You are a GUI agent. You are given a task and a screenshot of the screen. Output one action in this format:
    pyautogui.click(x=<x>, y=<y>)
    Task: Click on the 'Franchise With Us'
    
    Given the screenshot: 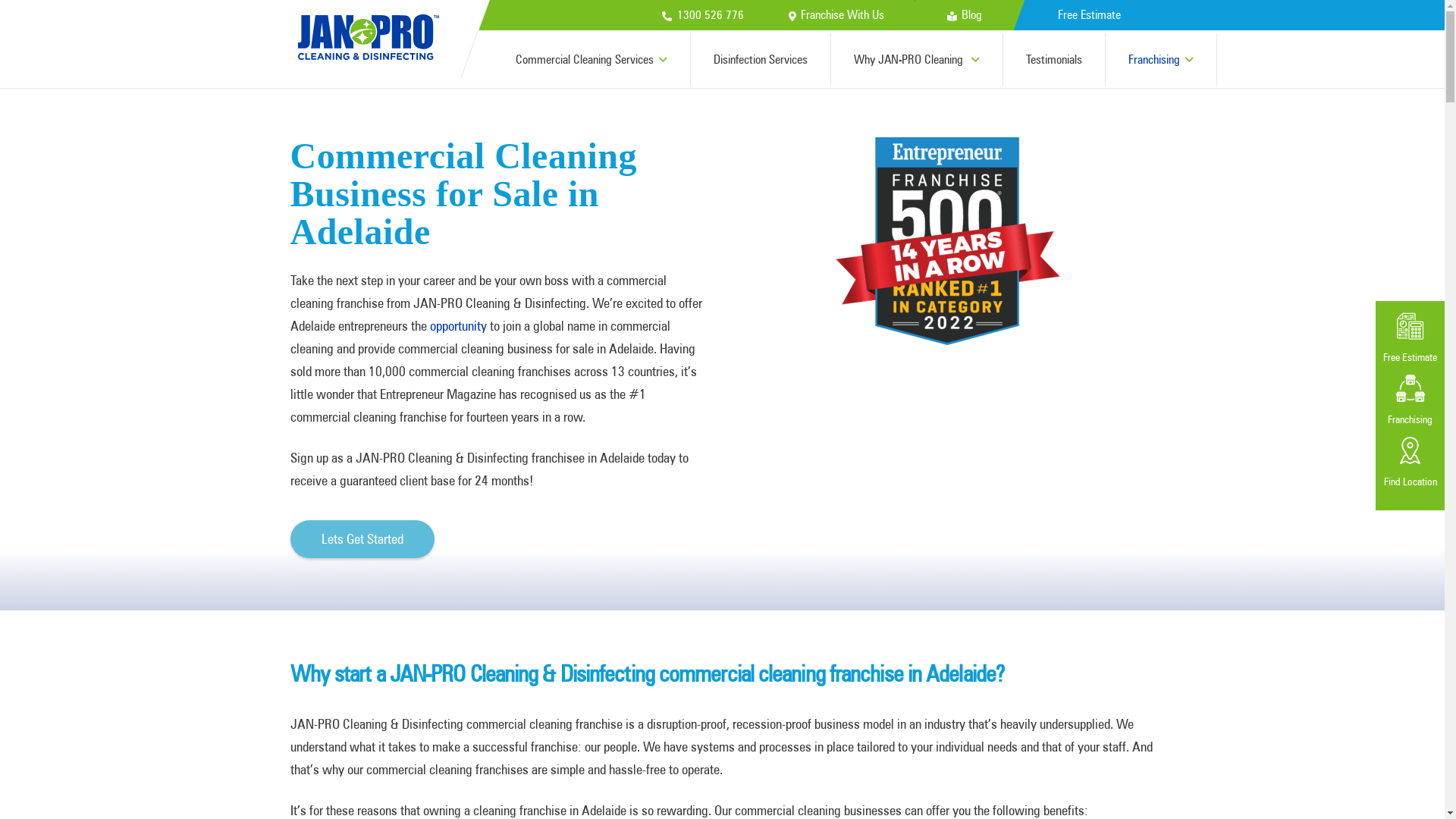 What is the action you would take?
    pyautogui.click(x=789, y=14)
    